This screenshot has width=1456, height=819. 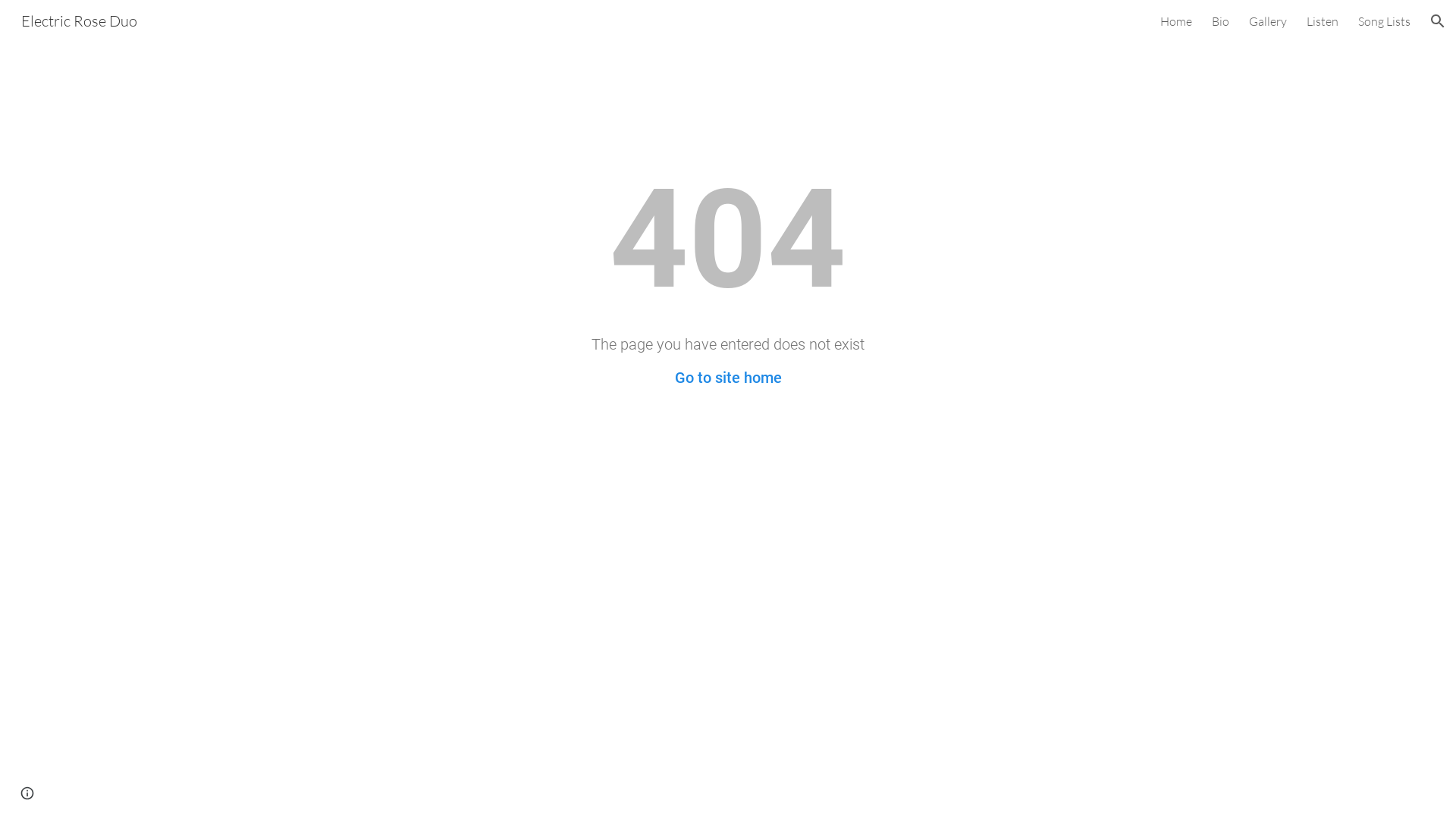 I want to click on 'Gallery', so click(x=1267, y=20).